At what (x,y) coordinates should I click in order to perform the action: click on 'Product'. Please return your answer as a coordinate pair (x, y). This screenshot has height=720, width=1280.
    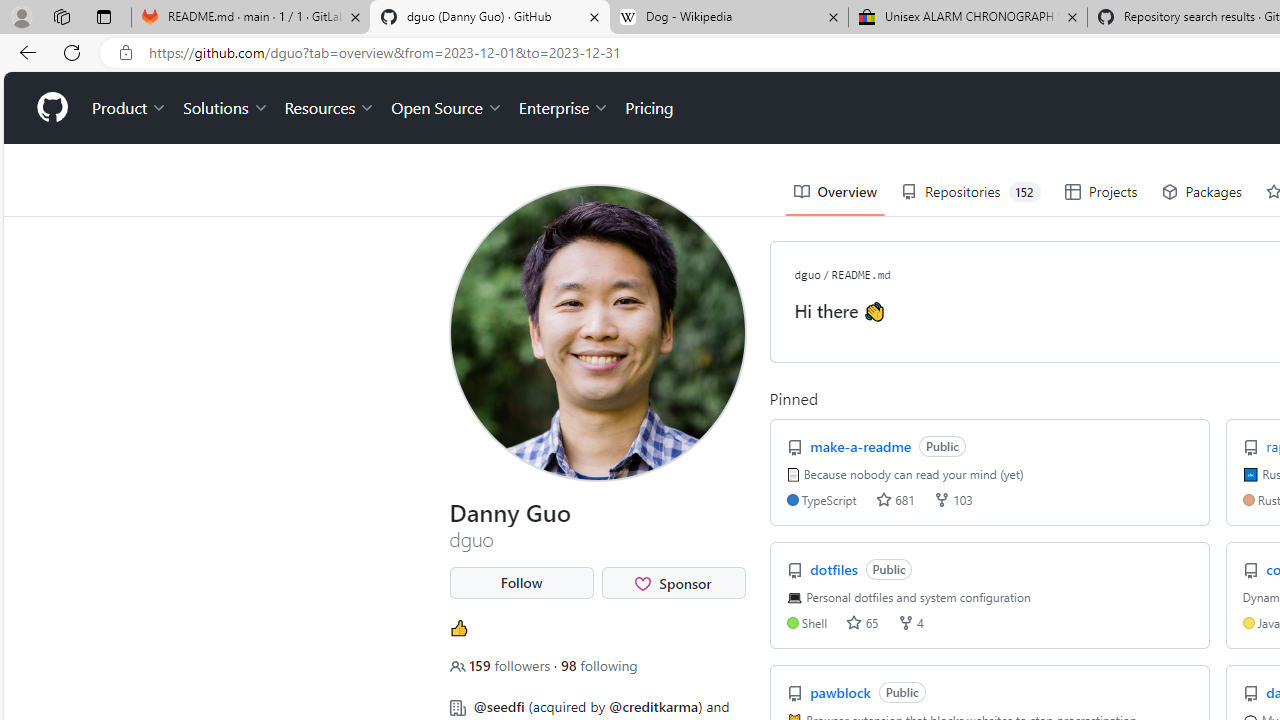
    Looking at the image, I should click on (129, 108).